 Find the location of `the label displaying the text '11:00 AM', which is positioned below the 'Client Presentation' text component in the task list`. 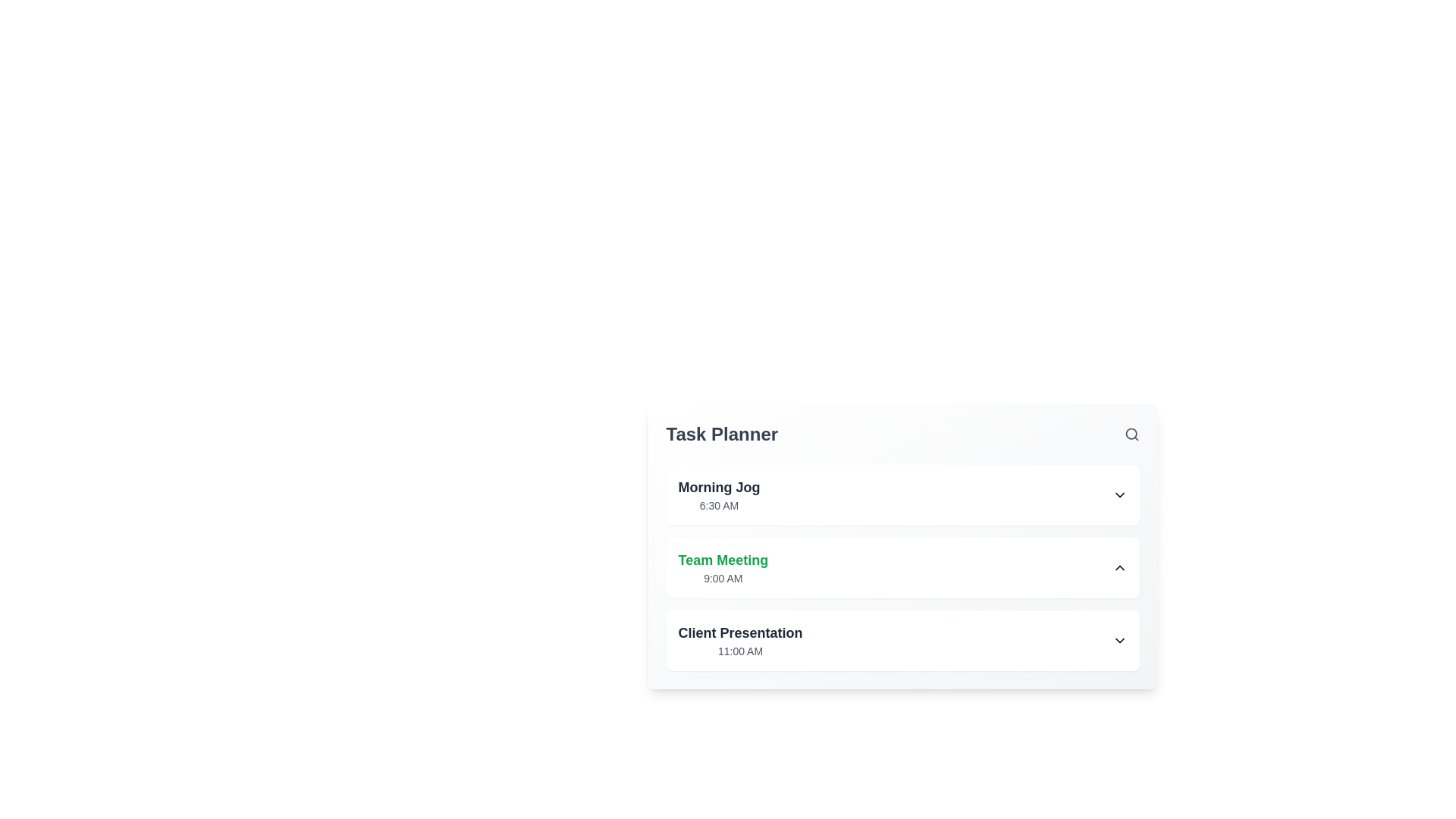

the label displaying the text '11:00 AM', which is positioned below the 'Client Presentation' text component in the task list is located at coordinates (740, 651).